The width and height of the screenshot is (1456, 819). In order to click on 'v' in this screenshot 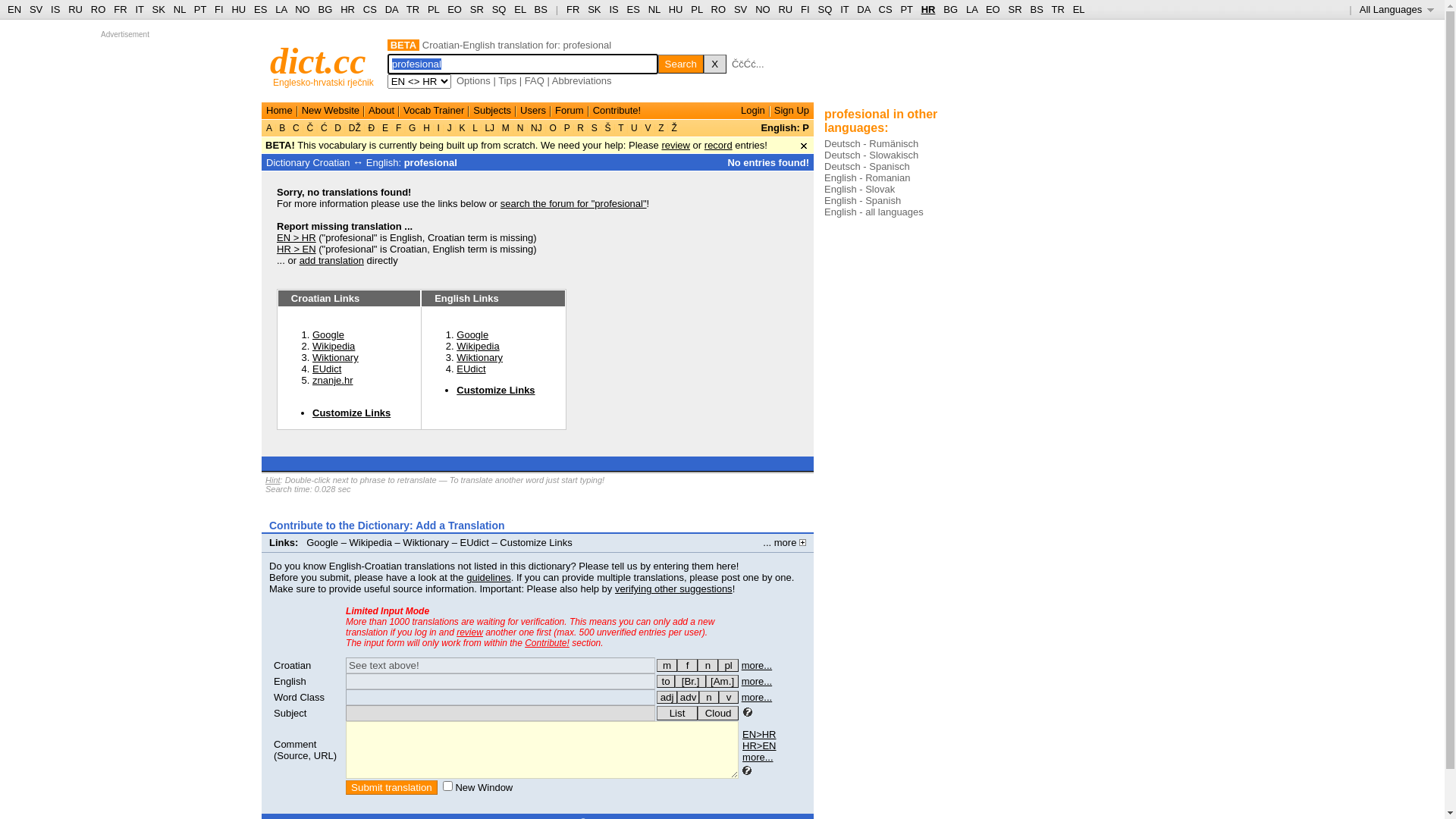, I will do `click(728, 697)`.